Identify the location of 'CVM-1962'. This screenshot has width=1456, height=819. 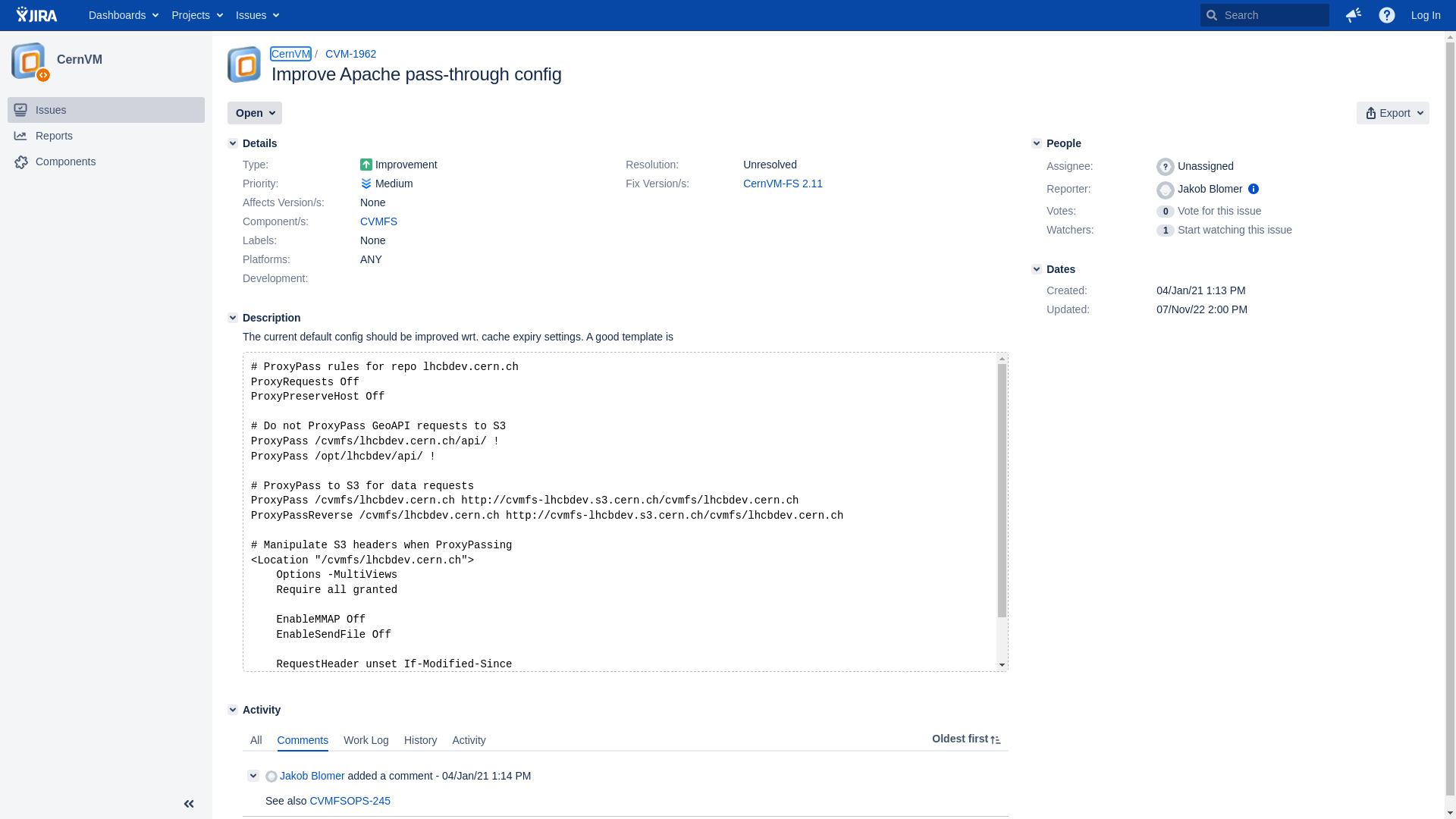
(324, 52).